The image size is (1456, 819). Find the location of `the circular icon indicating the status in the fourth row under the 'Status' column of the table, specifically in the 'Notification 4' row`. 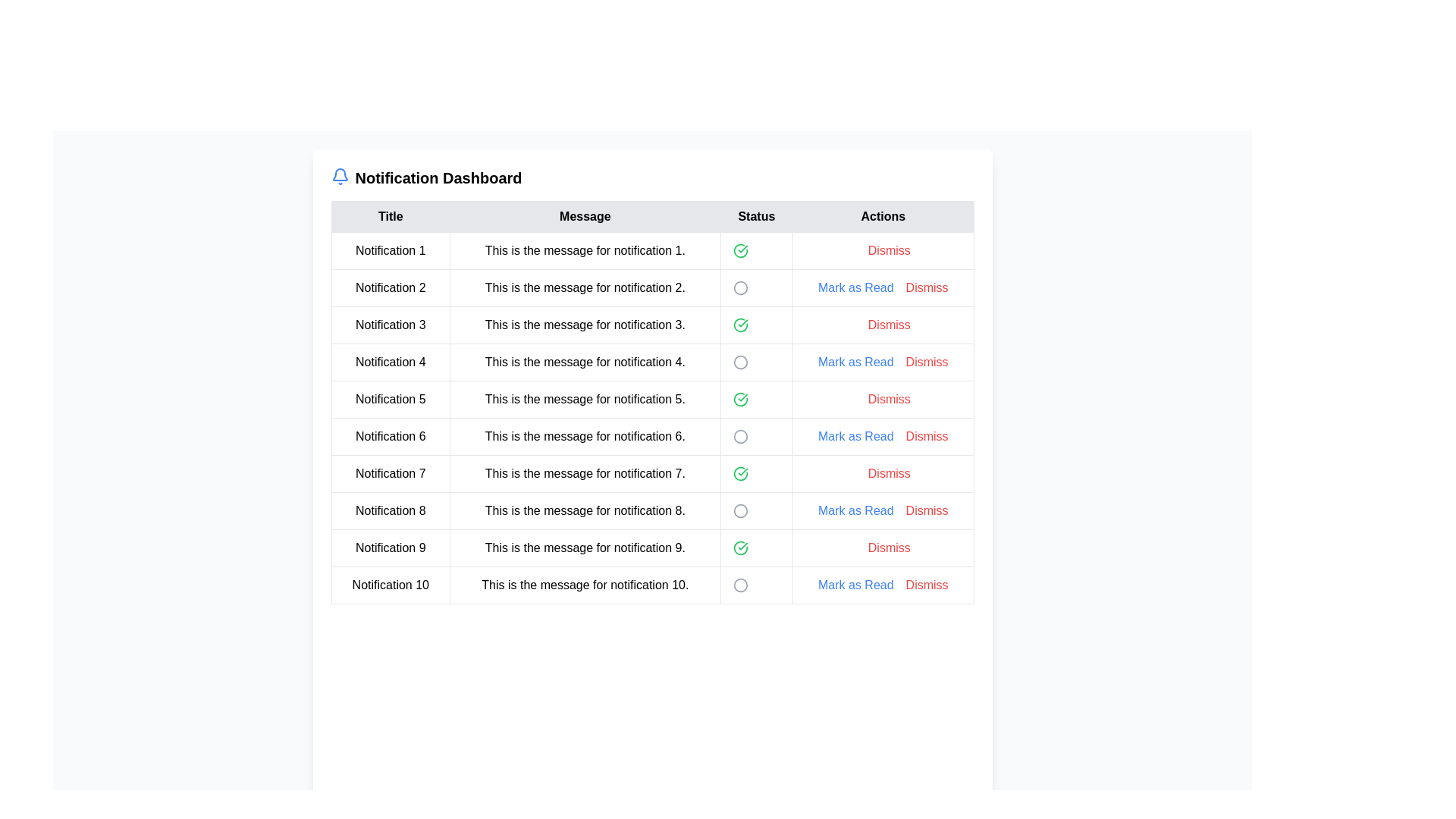

the circular icon indicating the status in the fourth row under the 'Status' column of the table, specifically in the 'Notification 4' row is located at coordinates (740, 362).